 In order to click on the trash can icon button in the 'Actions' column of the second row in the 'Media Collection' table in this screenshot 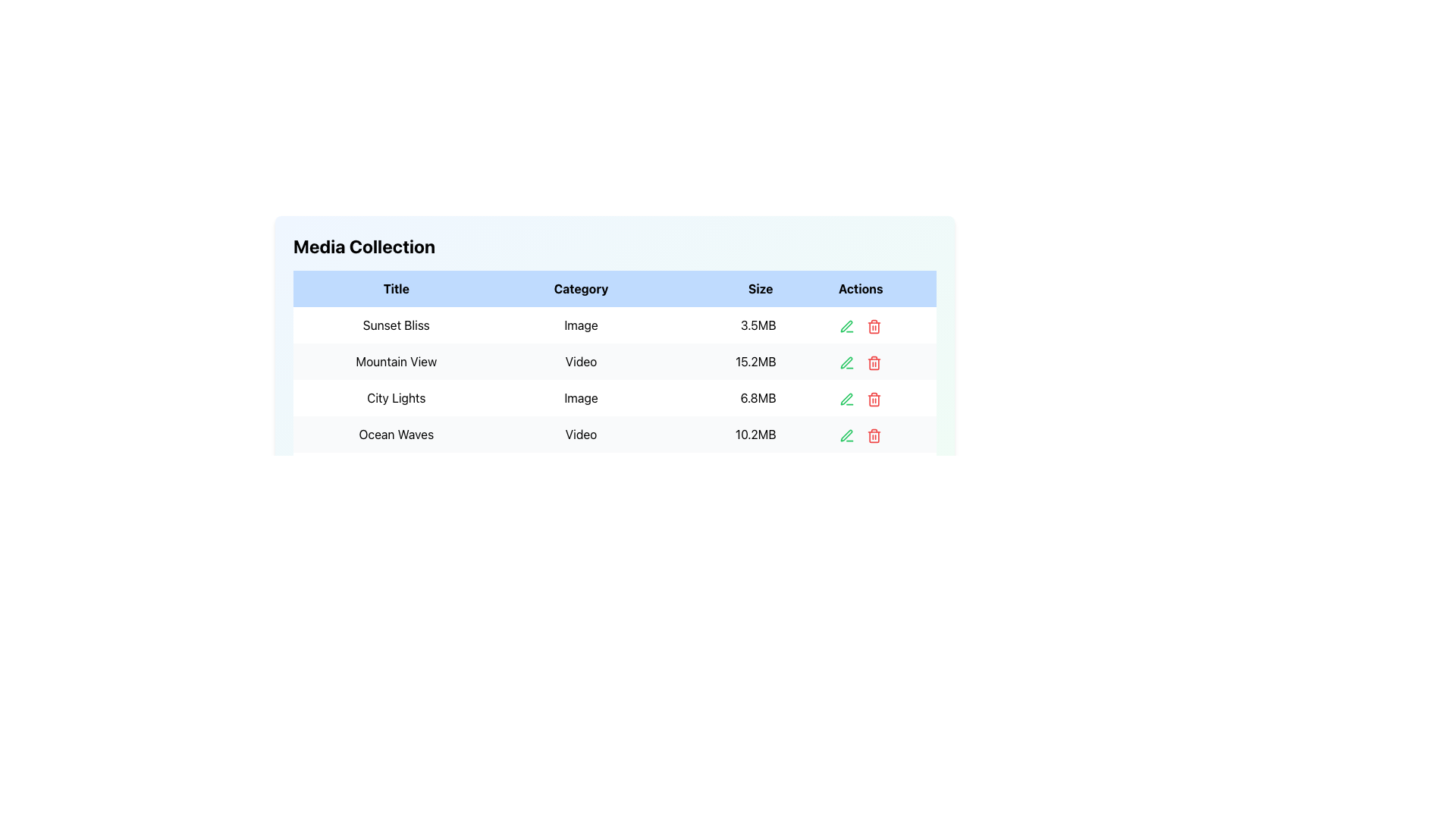, I will do `click(874, 362)`.